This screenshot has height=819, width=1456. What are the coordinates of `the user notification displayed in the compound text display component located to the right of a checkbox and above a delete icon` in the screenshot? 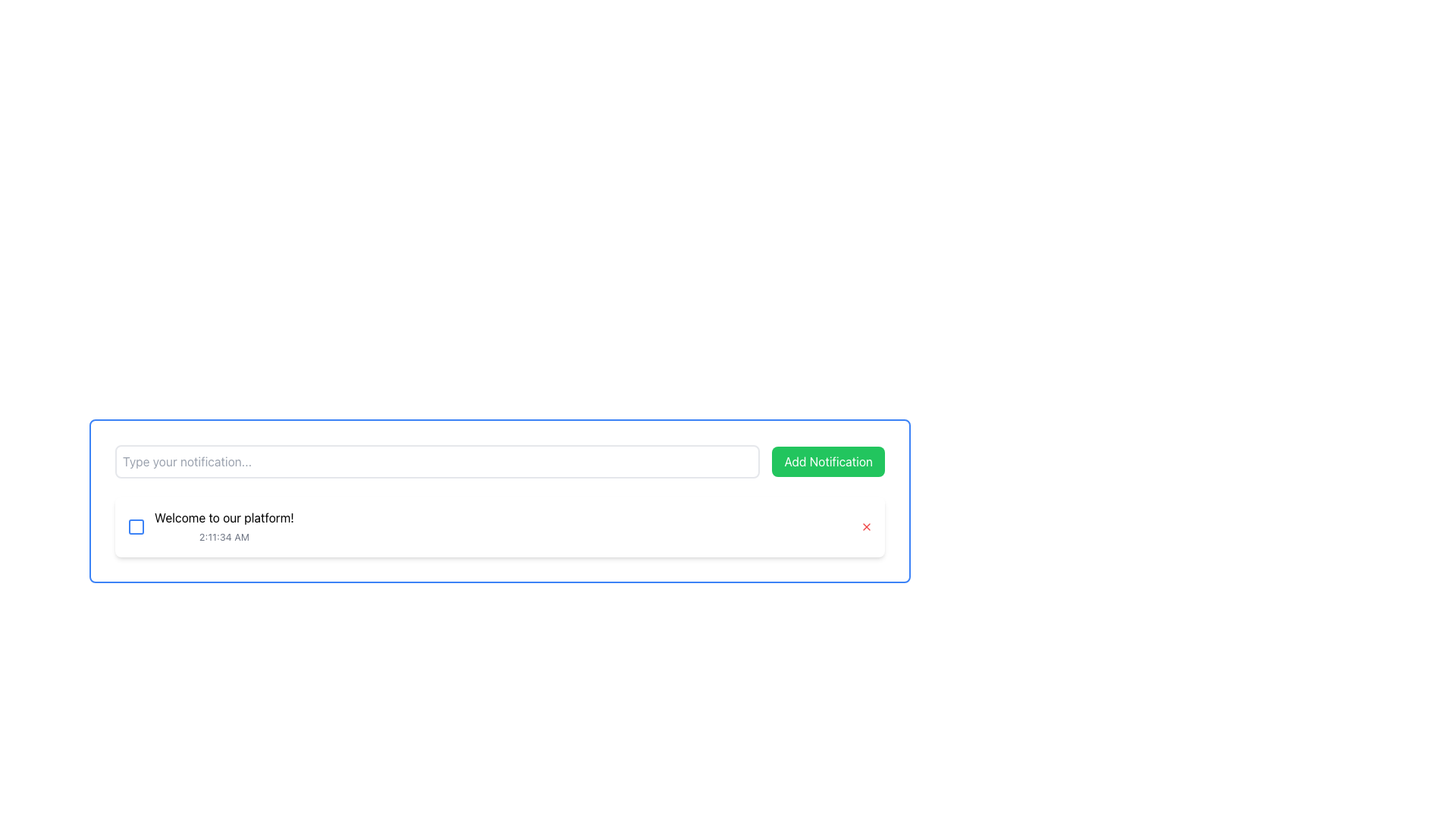 It's located at (223, 526).